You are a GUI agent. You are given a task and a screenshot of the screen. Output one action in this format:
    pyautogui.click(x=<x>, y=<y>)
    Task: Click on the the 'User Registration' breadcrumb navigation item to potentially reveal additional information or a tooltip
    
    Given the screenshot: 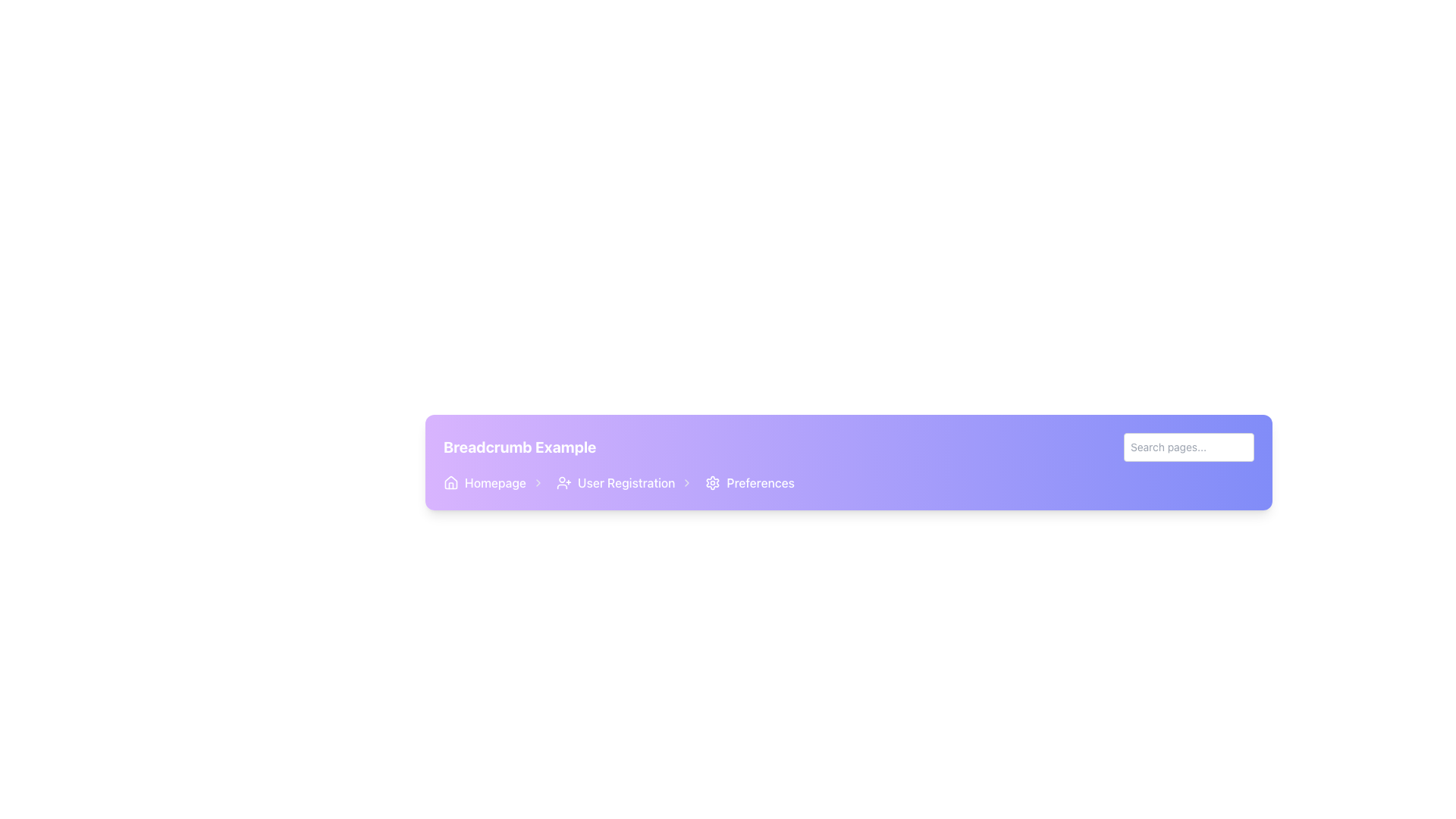 What is the action you would take?
    pyautogui.click(x=625, y=482)
    